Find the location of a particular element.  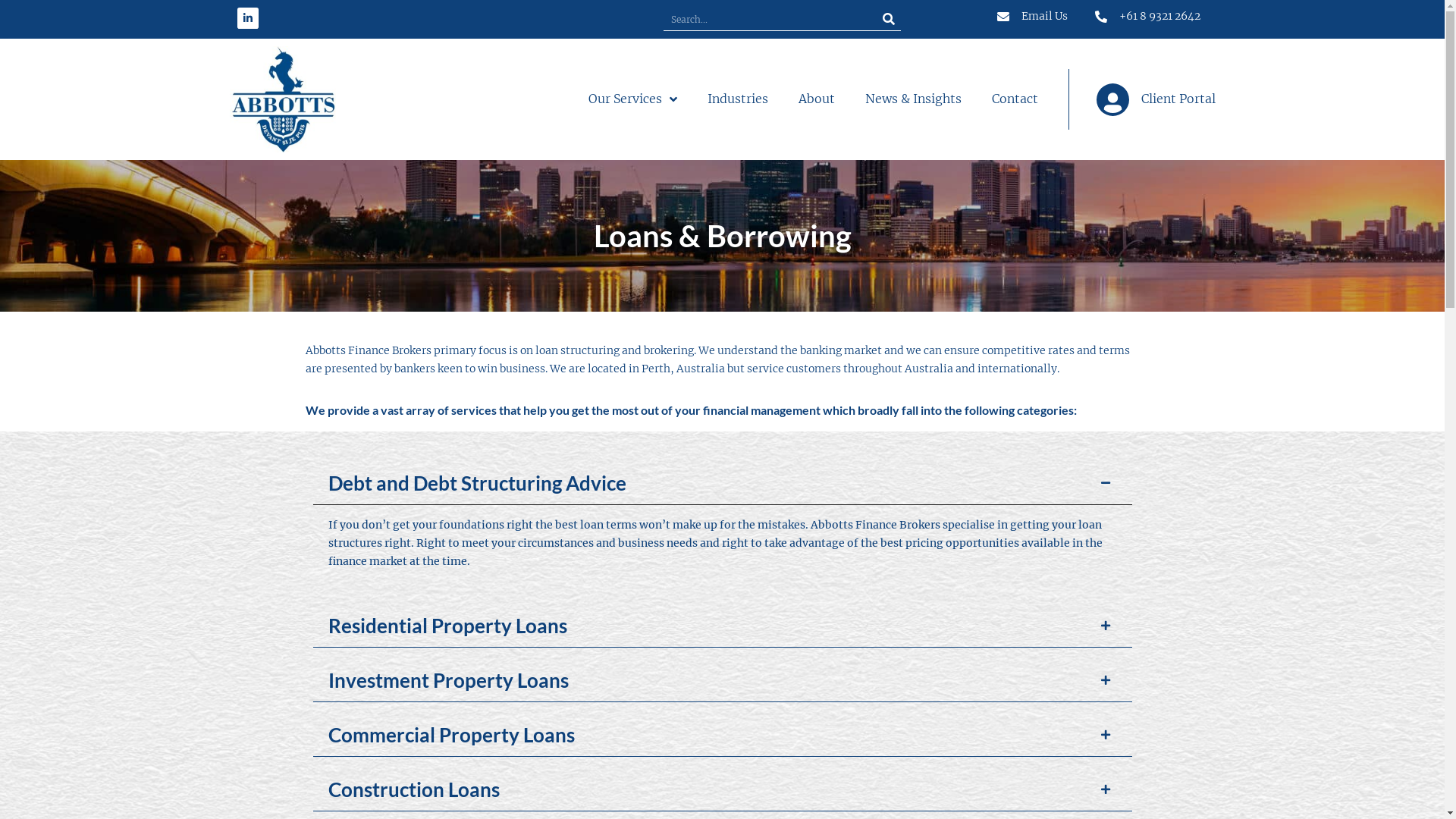

'Email Us' is located at coordinates (1031, 17).